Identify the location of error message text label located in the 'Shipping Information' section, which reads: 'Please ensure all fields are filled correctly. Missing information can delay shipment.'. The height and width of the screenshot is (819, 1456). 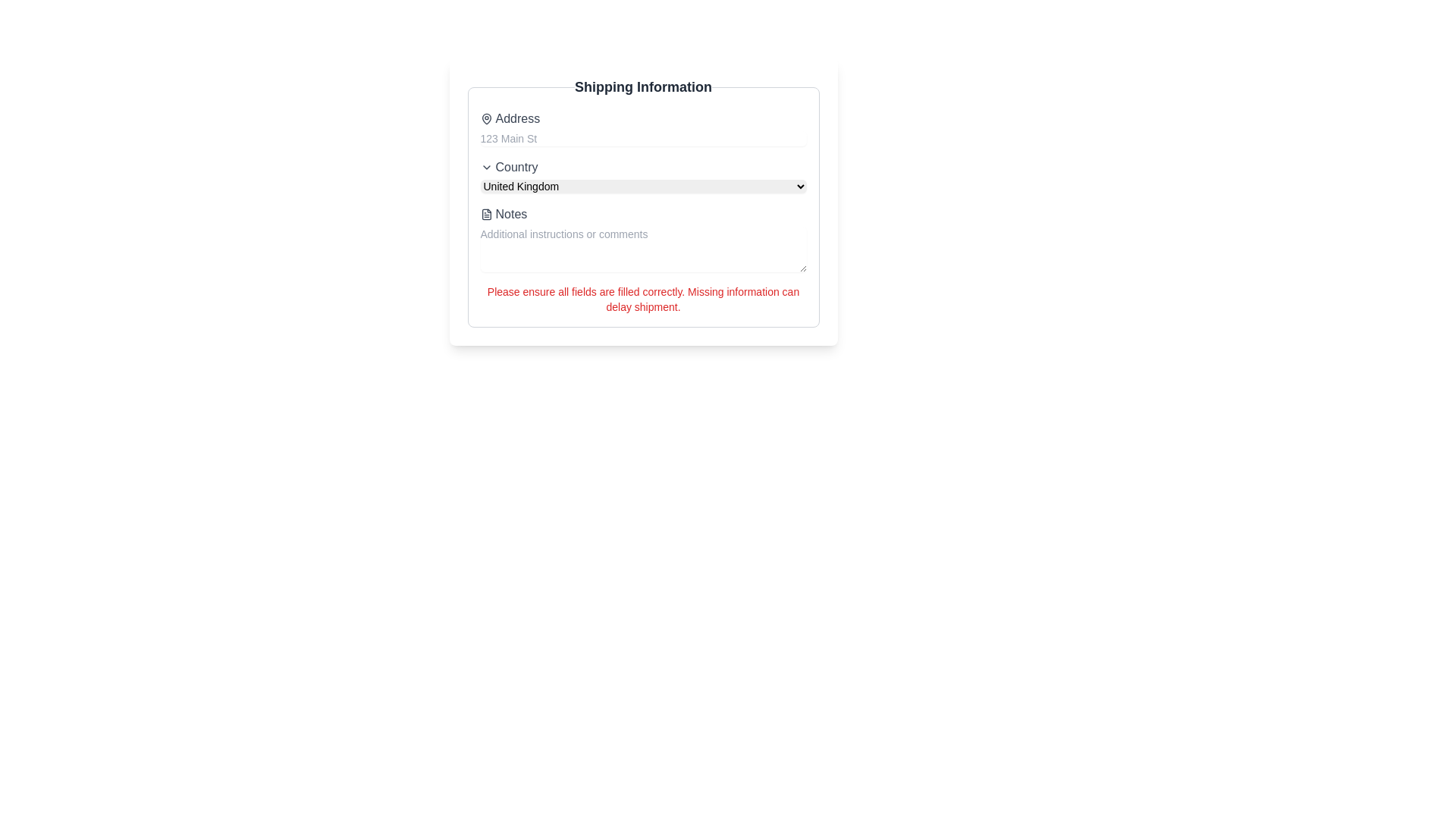
(643, 299).